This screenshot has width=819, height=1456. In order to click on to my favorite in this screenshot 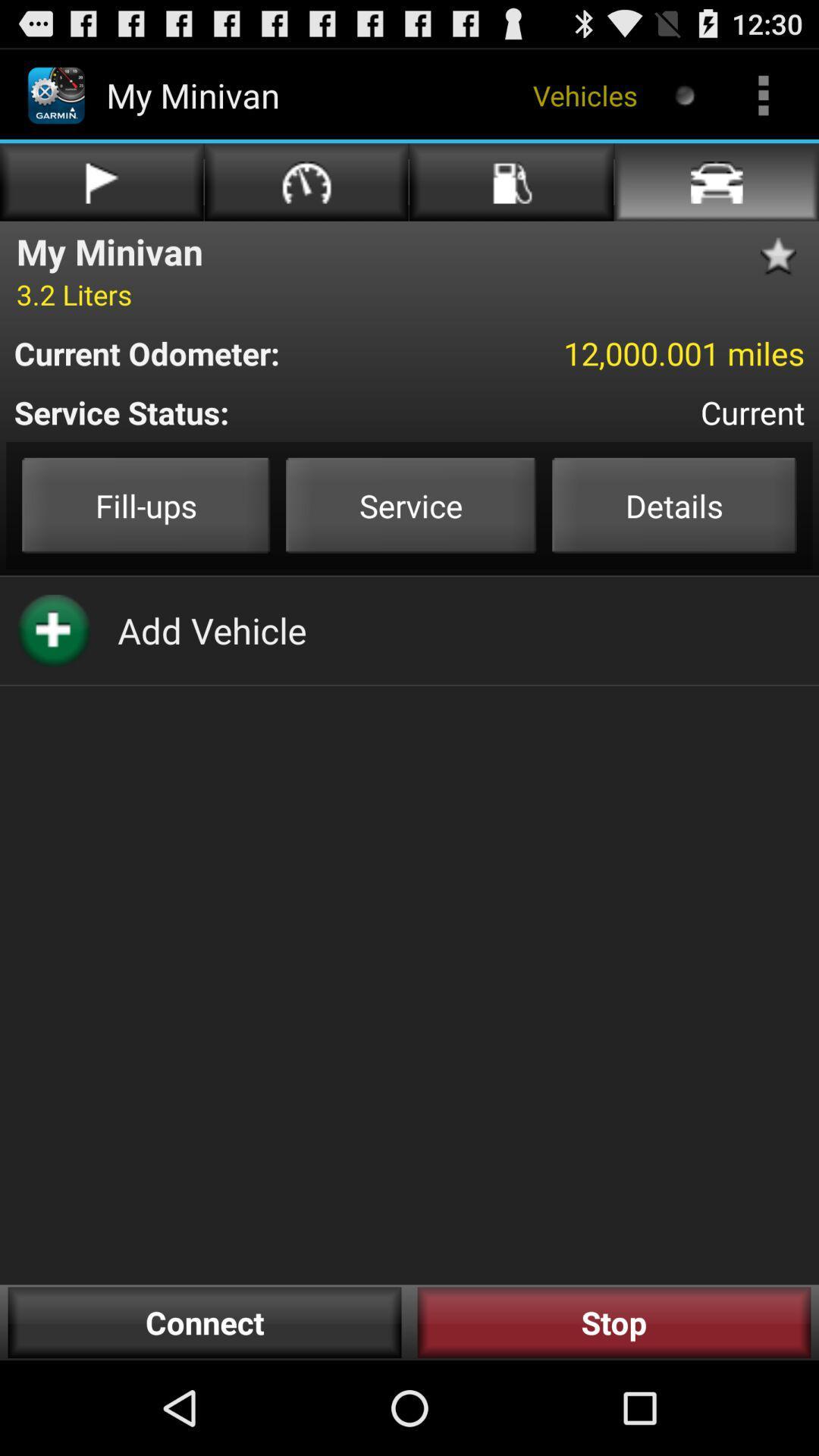, I will do `click(783, 256)`.